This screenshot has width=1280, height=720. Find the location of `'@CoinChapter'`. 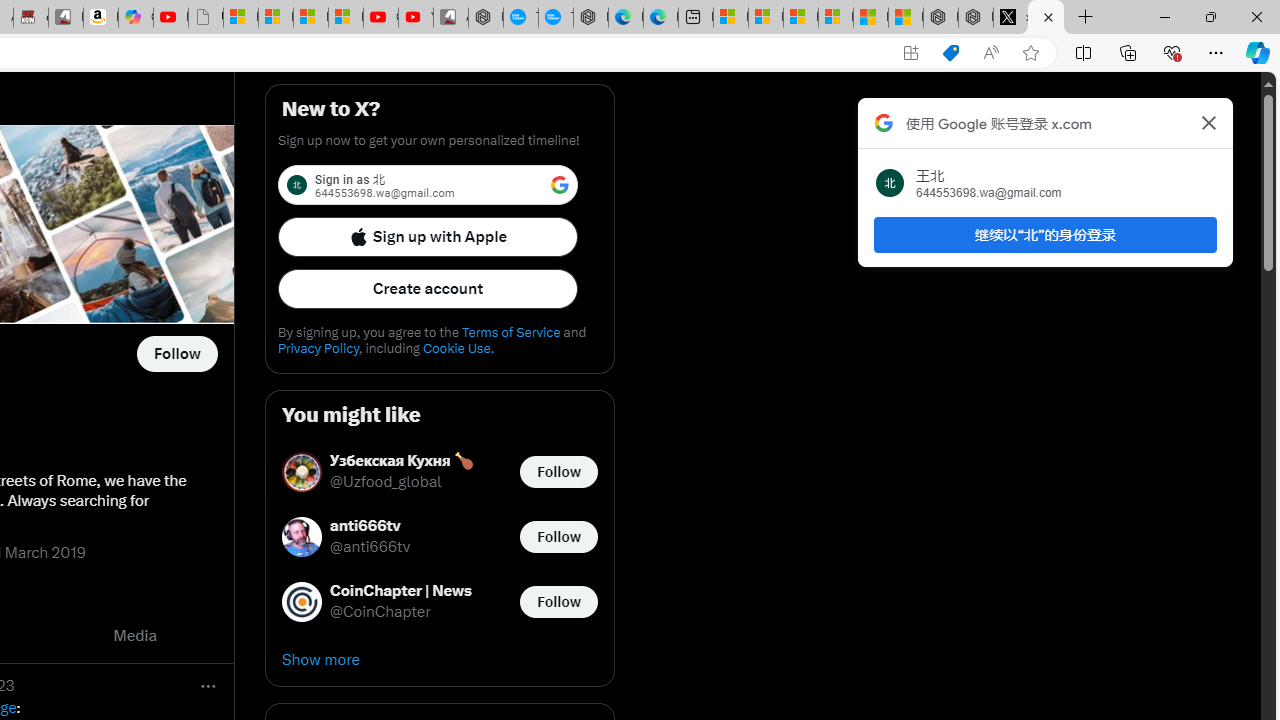

'@CoinChapter' is located at coordinates (380, 611).